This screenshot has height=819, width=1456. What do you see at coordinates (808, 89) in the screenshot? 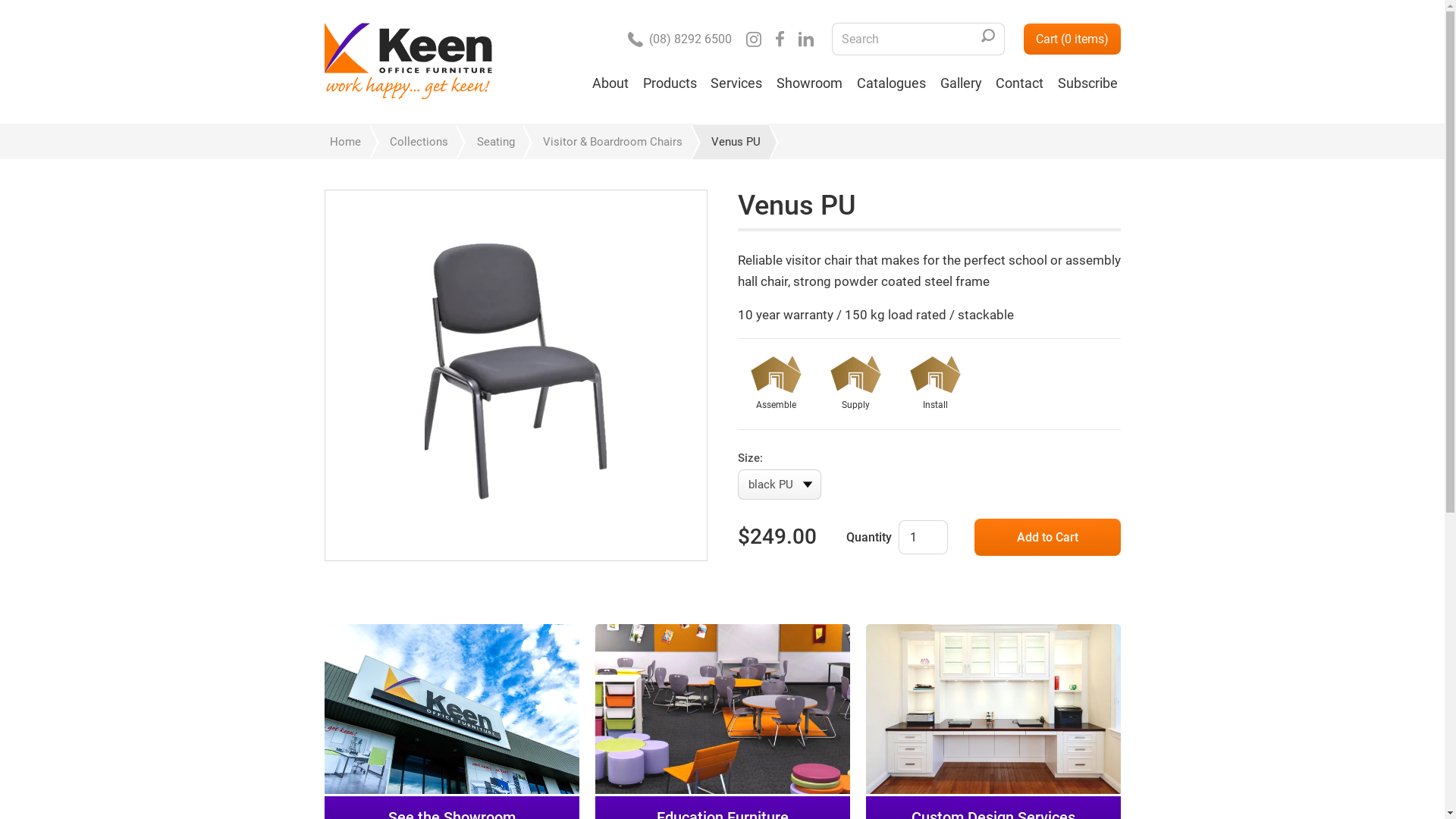
I see `'Showroom'` at bounding box center [808, 89].